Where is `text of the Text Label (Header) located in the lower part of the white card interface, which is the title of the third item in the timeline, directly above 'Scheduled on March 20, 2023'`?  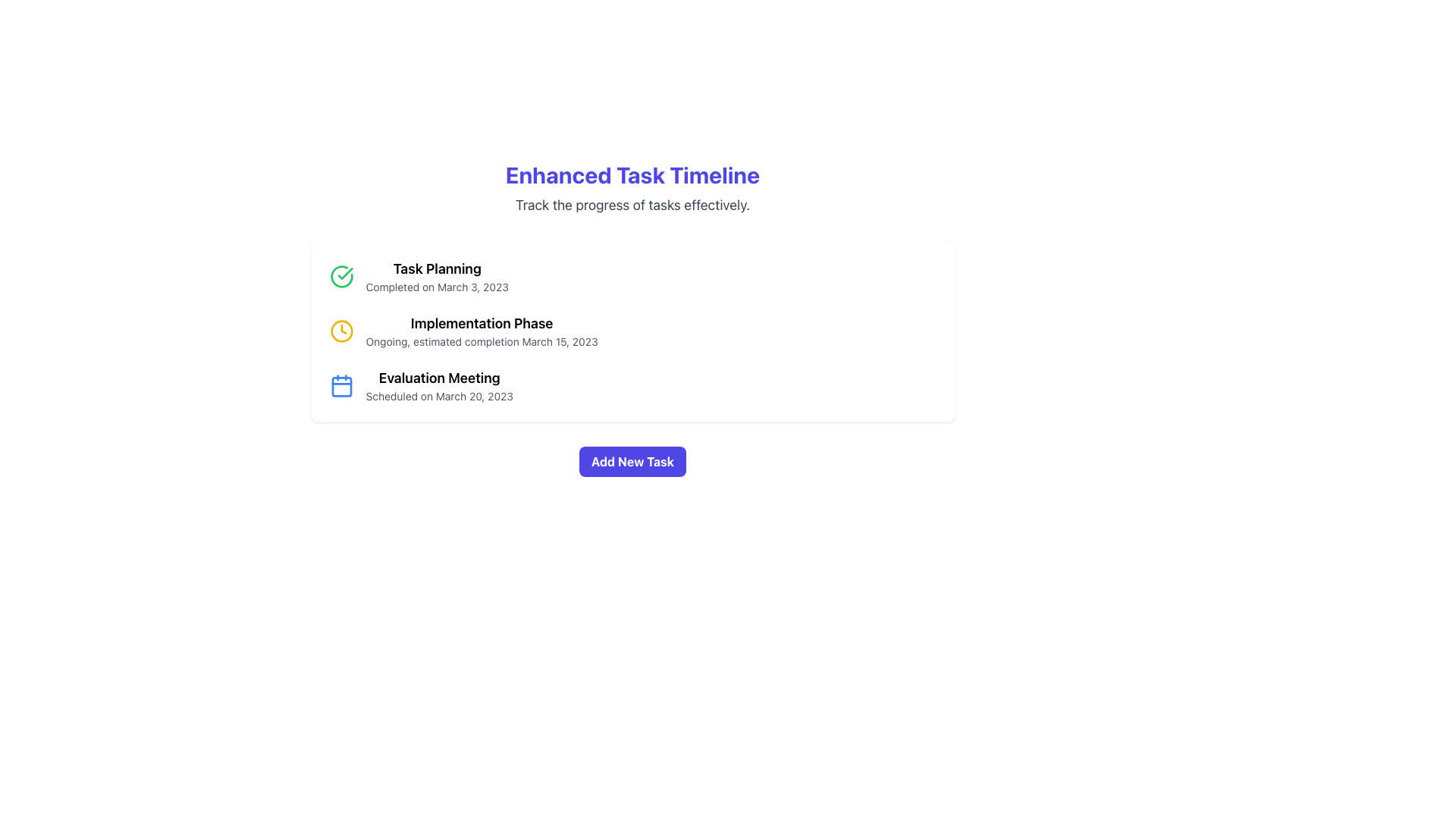 text of the Text Label (Header) located in the lower part of the white card interface, which is the title of the third item in the timeline, directly above 'Scheduled on March 20, 2023' is located at coordinates (438, 377).